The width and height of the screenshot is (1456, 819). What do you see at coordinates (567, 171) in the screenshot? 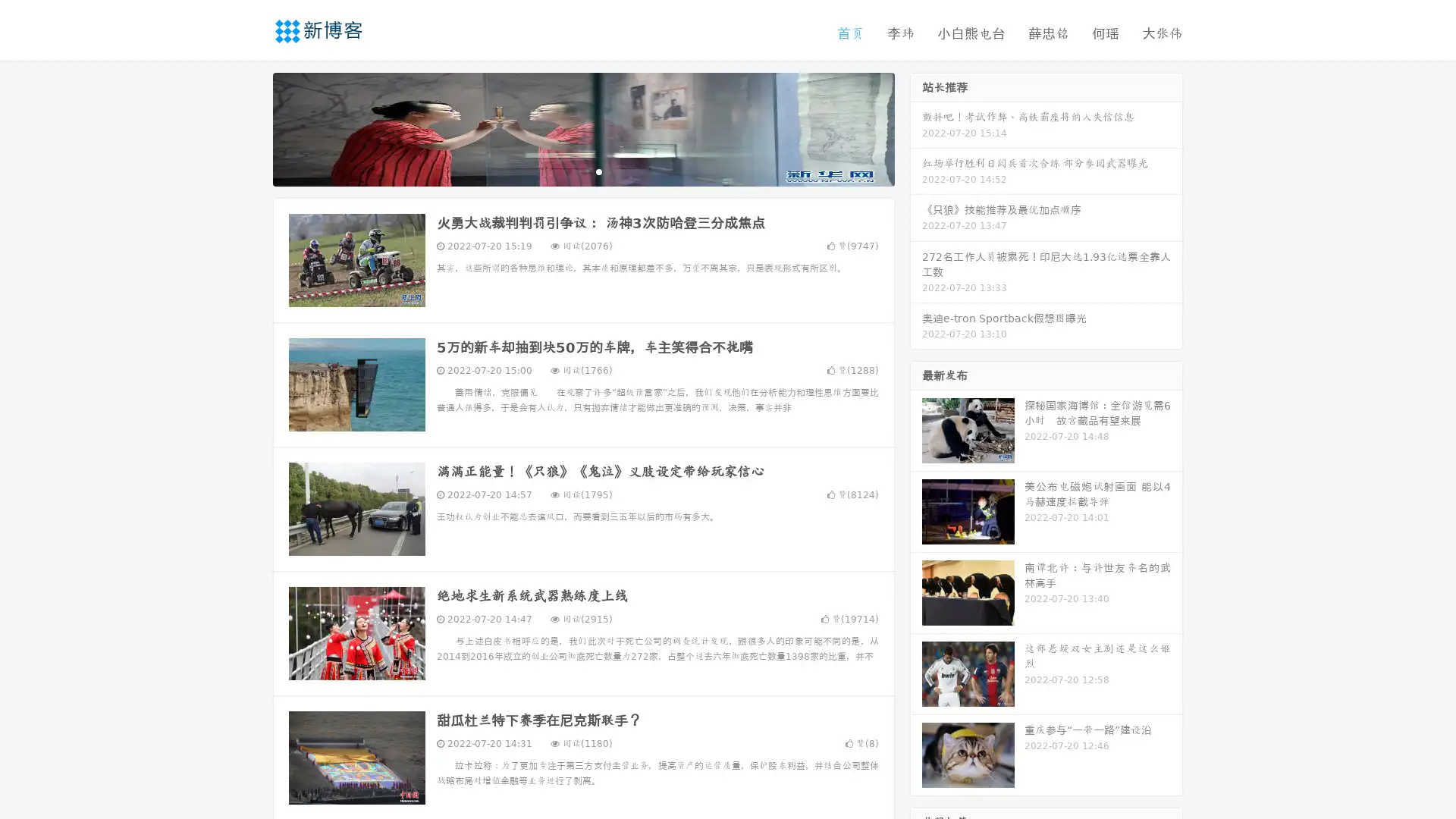
I see `Go to slide 1` at bounding box center [567, 171].